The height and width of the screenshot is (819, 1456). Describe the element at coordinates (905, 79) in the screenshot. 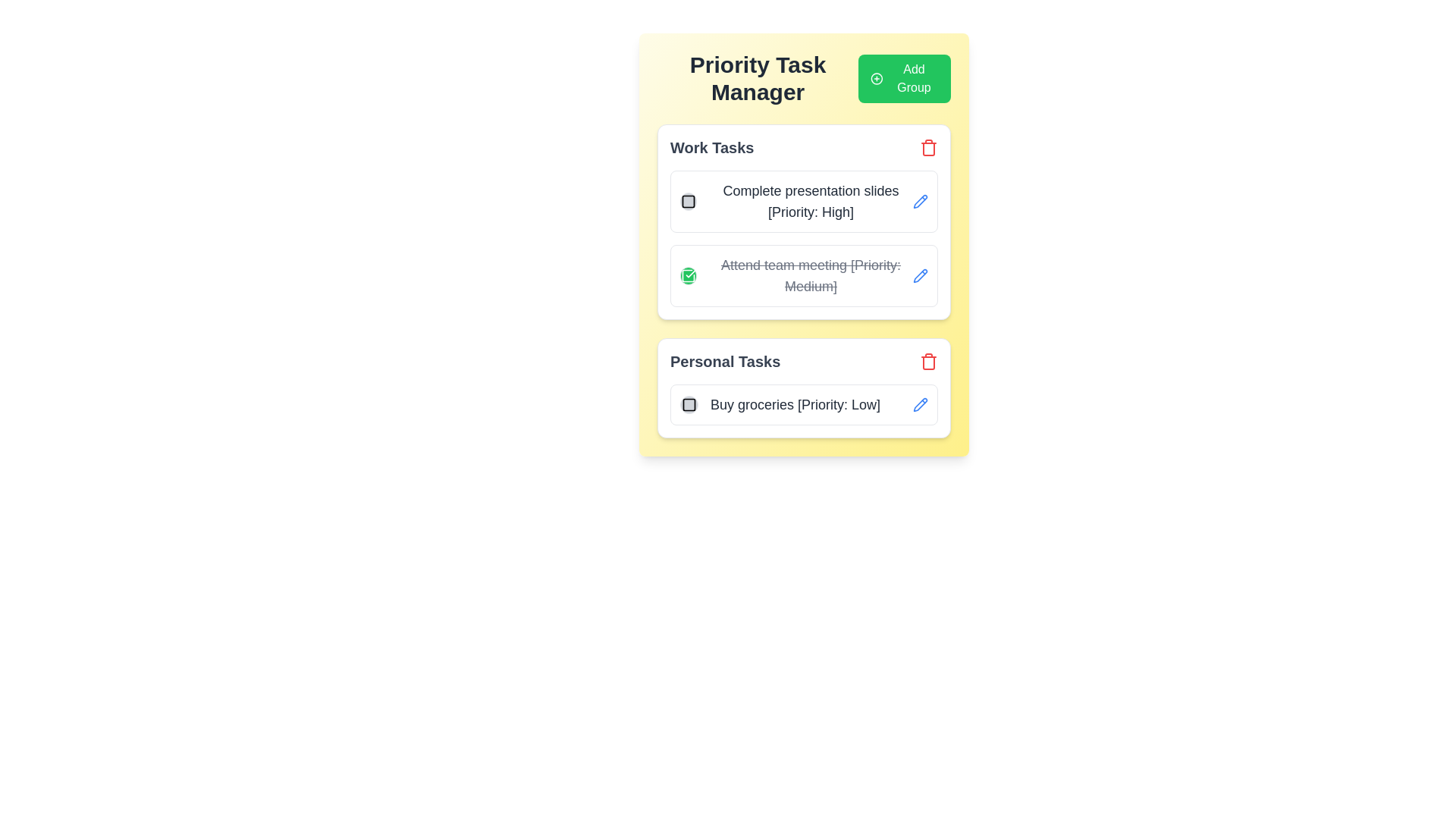

I see `the button located at the top-right corner of the task management interface` at that location.